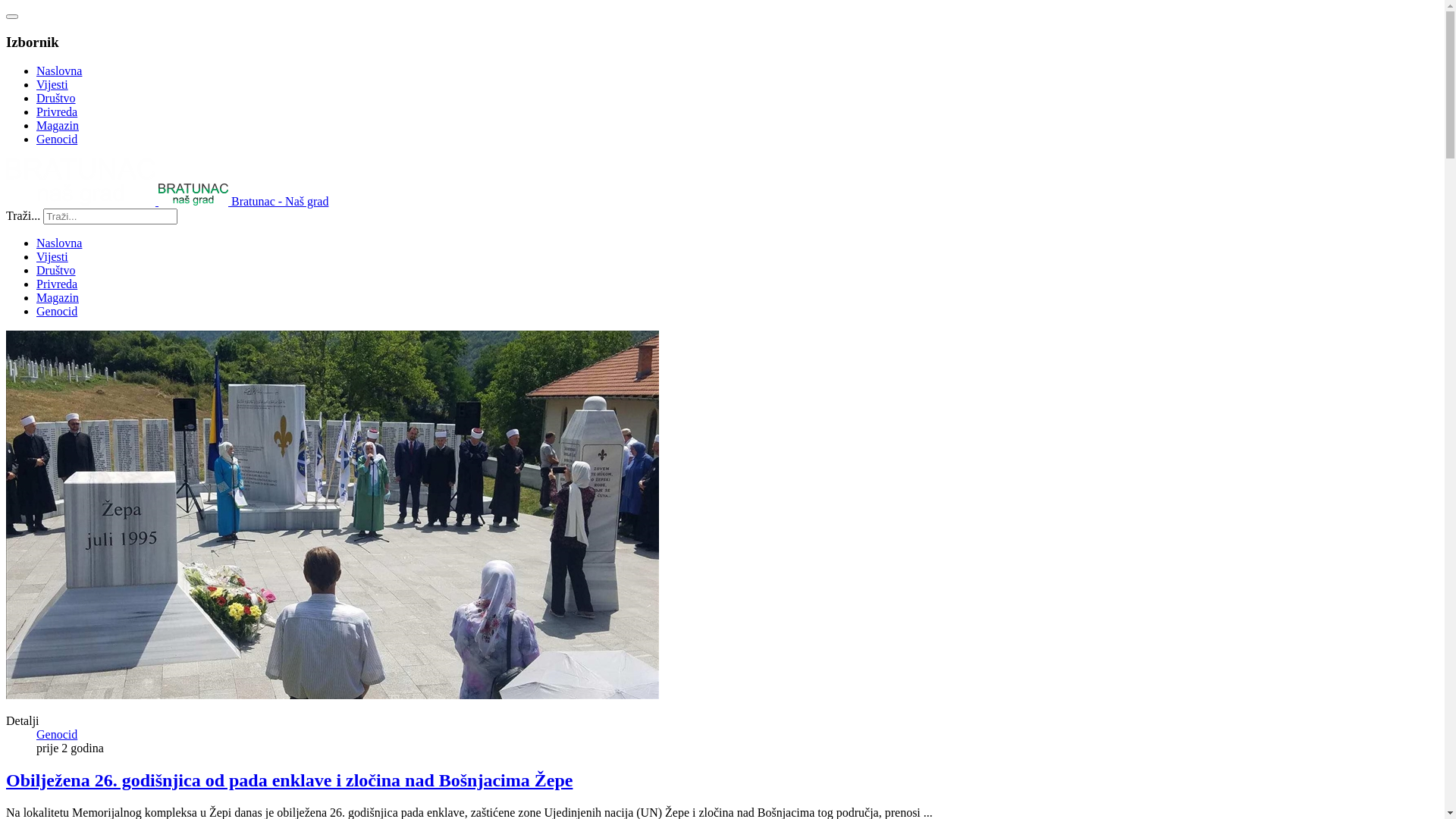 Image resolution: width=1456 pixels, height=819 pixels. I want to click on 'Naslovna', so click(58, 242).